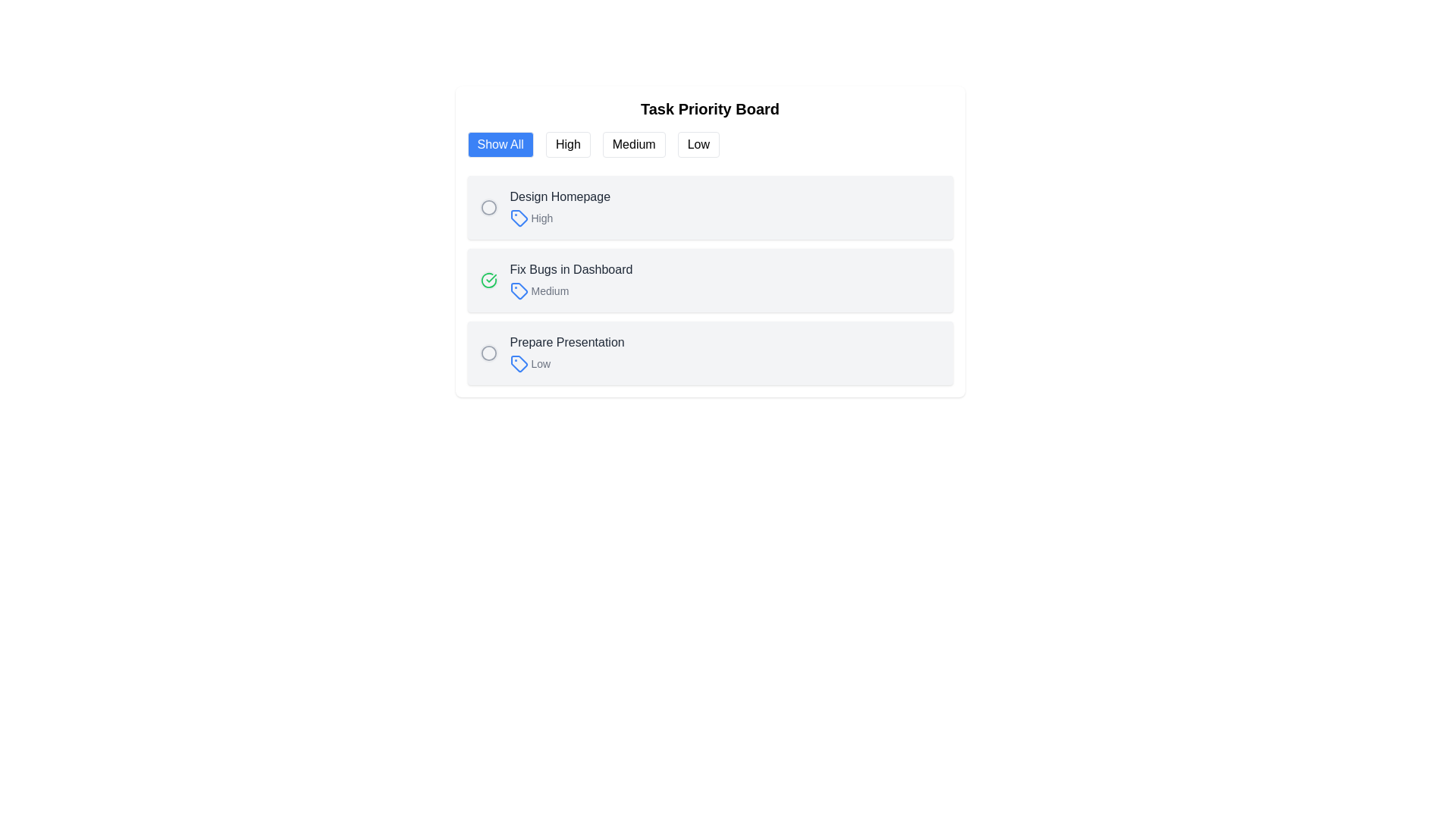 The height and width of the screenshot is (819, 1456). I want to click on the filter button that displays all items regardless of their priority, located at the top-left corner under the 'Task Priority Board' title, so click(500, 145).